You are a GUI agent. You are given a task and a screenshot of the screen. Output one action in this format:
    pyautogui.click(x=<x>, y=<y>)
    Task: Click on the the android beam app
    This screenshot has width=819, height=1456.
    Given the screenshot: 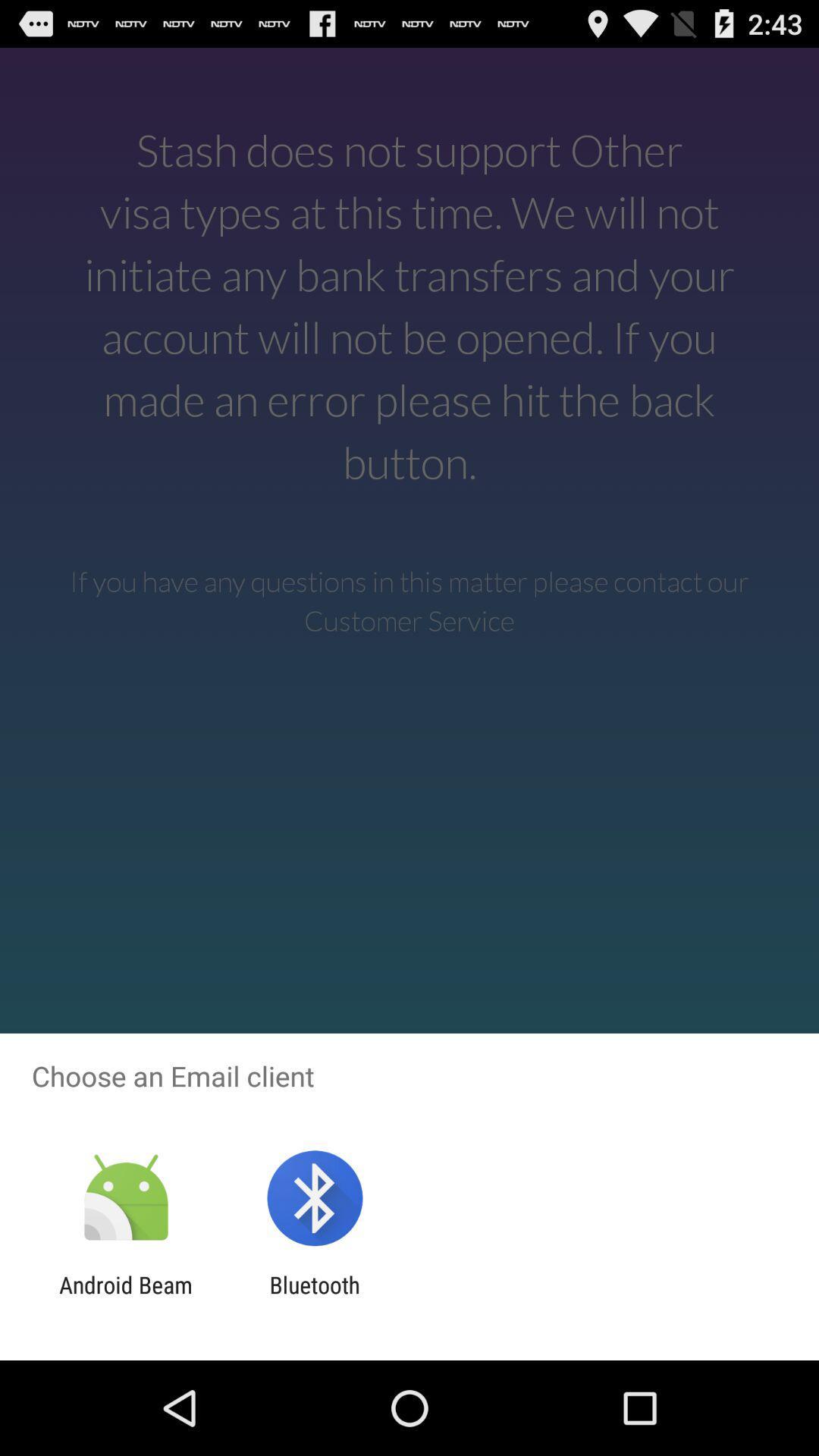 What is the action you would take?
    pyautogui.click(x=125, y=1298)
    